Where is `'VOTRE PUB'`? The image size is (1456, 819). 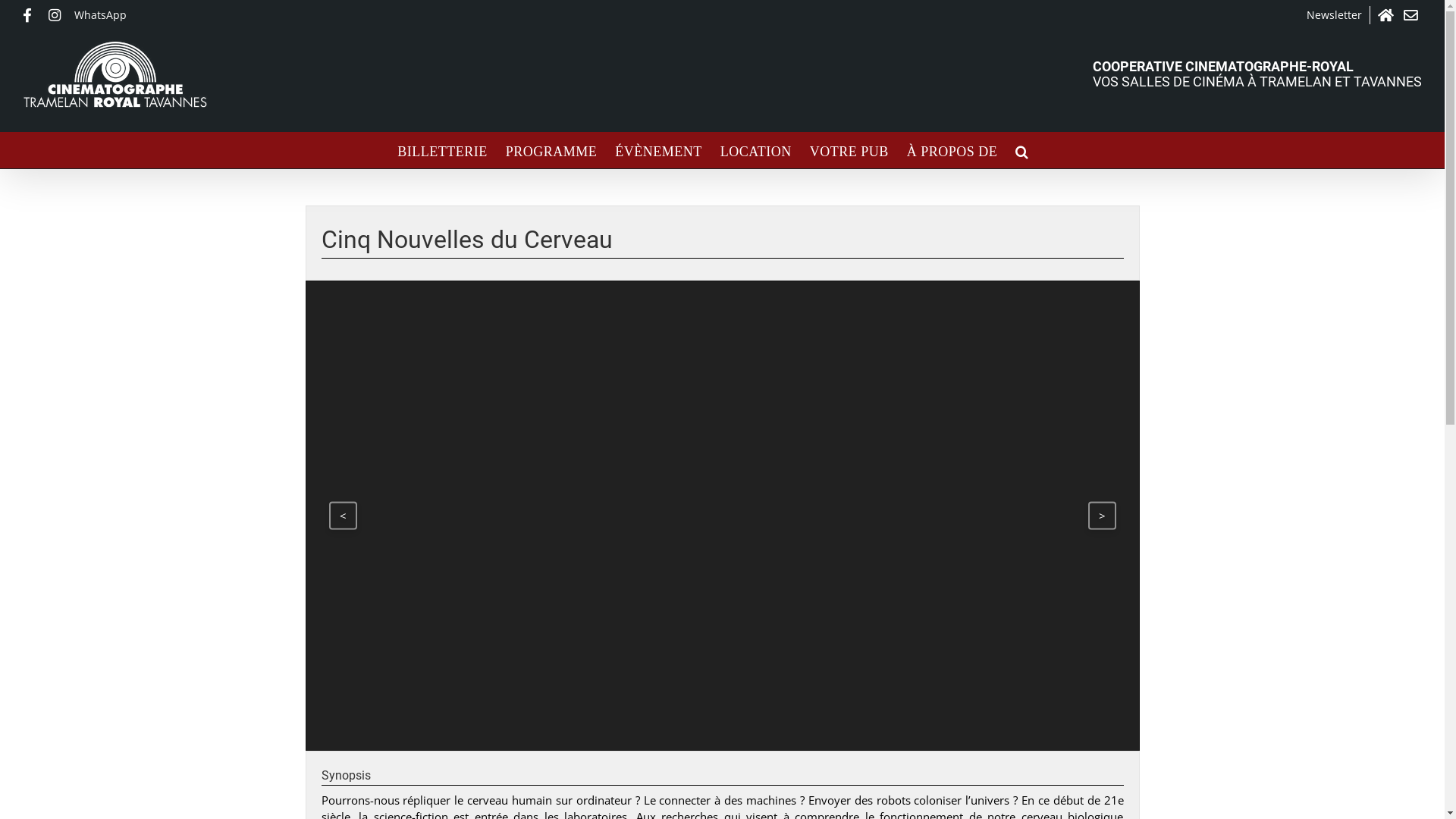
'VOTRE PUB' is located at coordinates (848, 149).